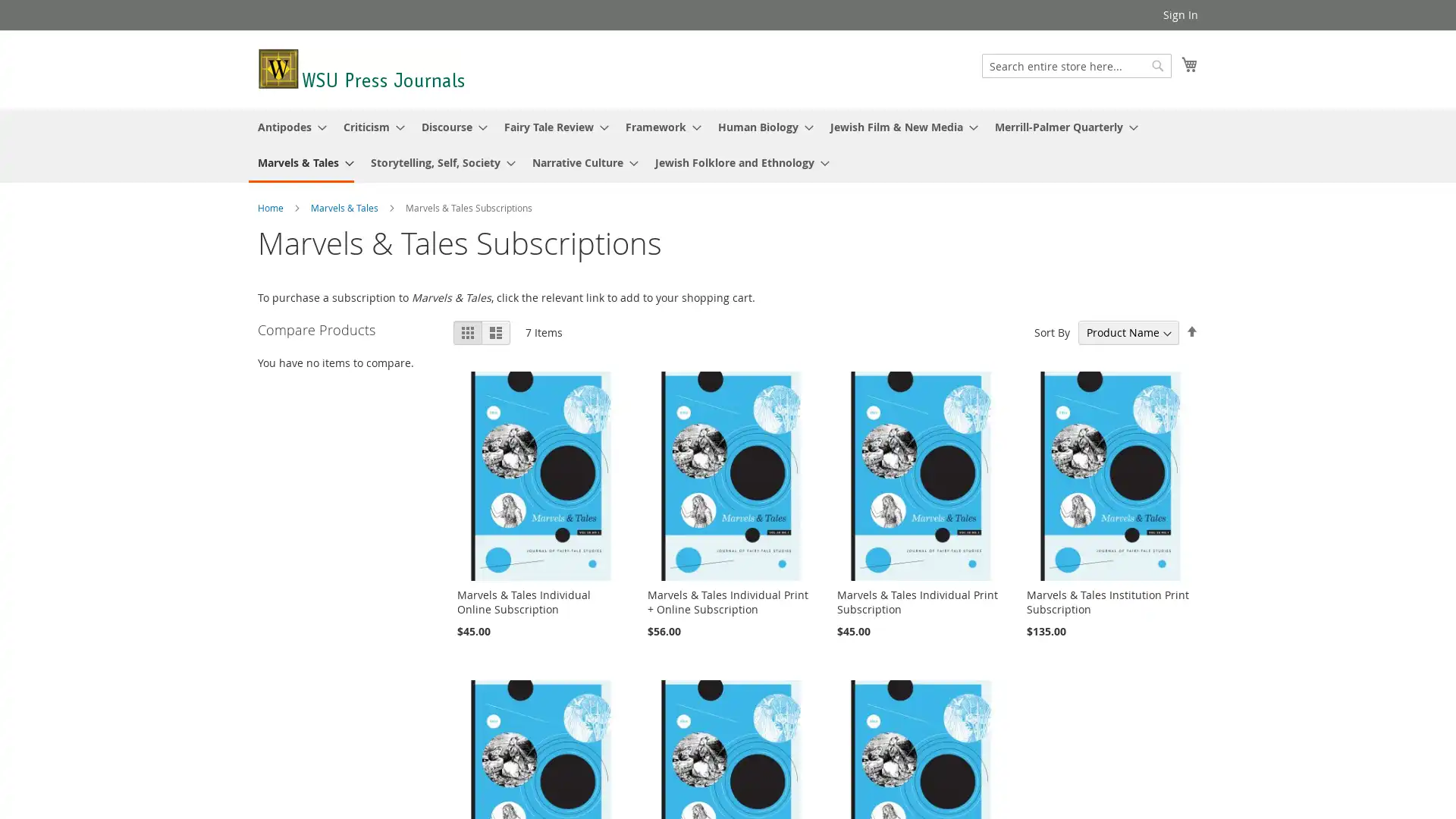 The height and width of the screenshot is (819, 1456). I want to click on Add to Compare, so click(270, 689).